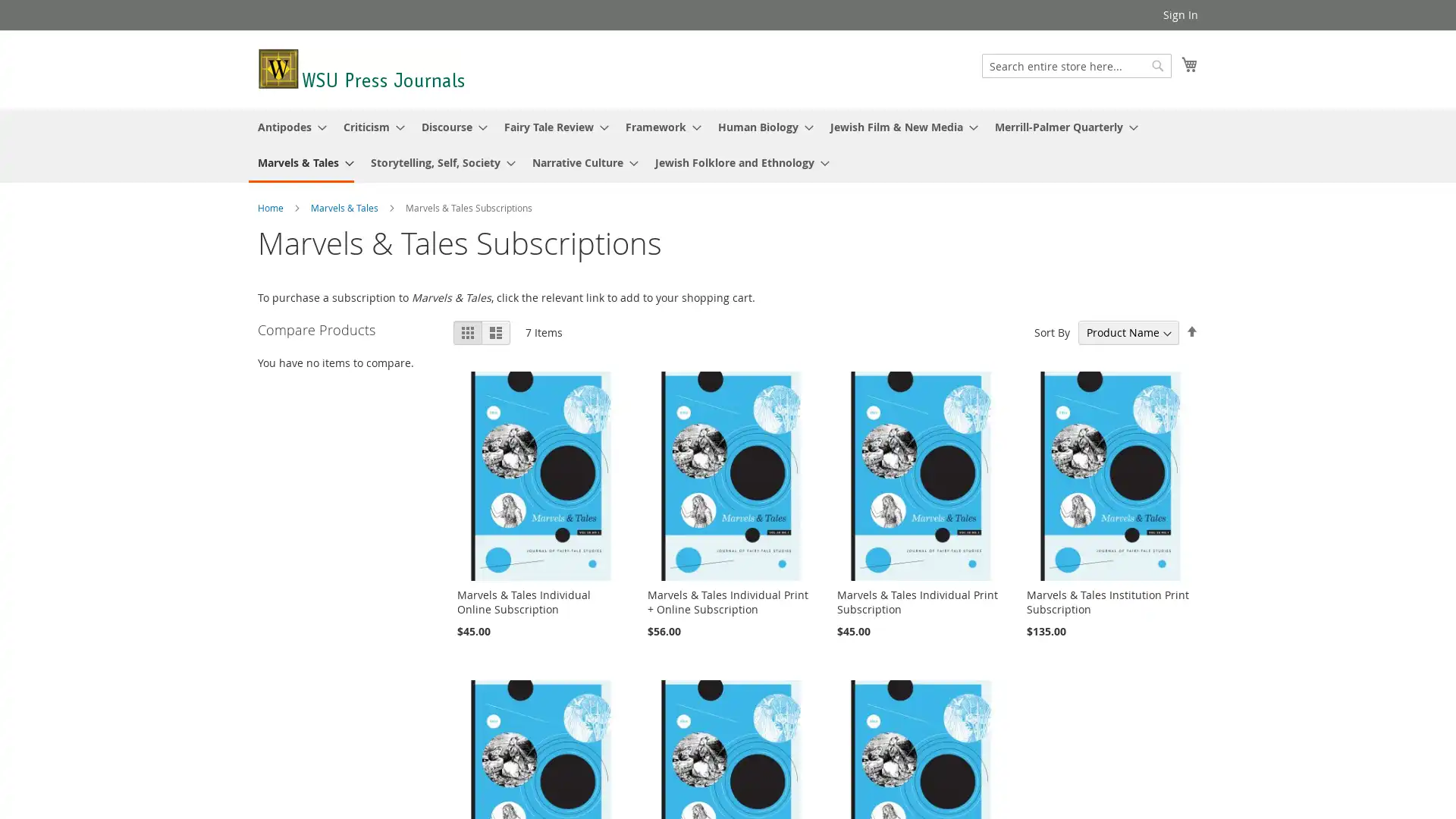 The height and width of the screenshot is (819, 1456). I want to click on Add to Compare, so click(270, 689).